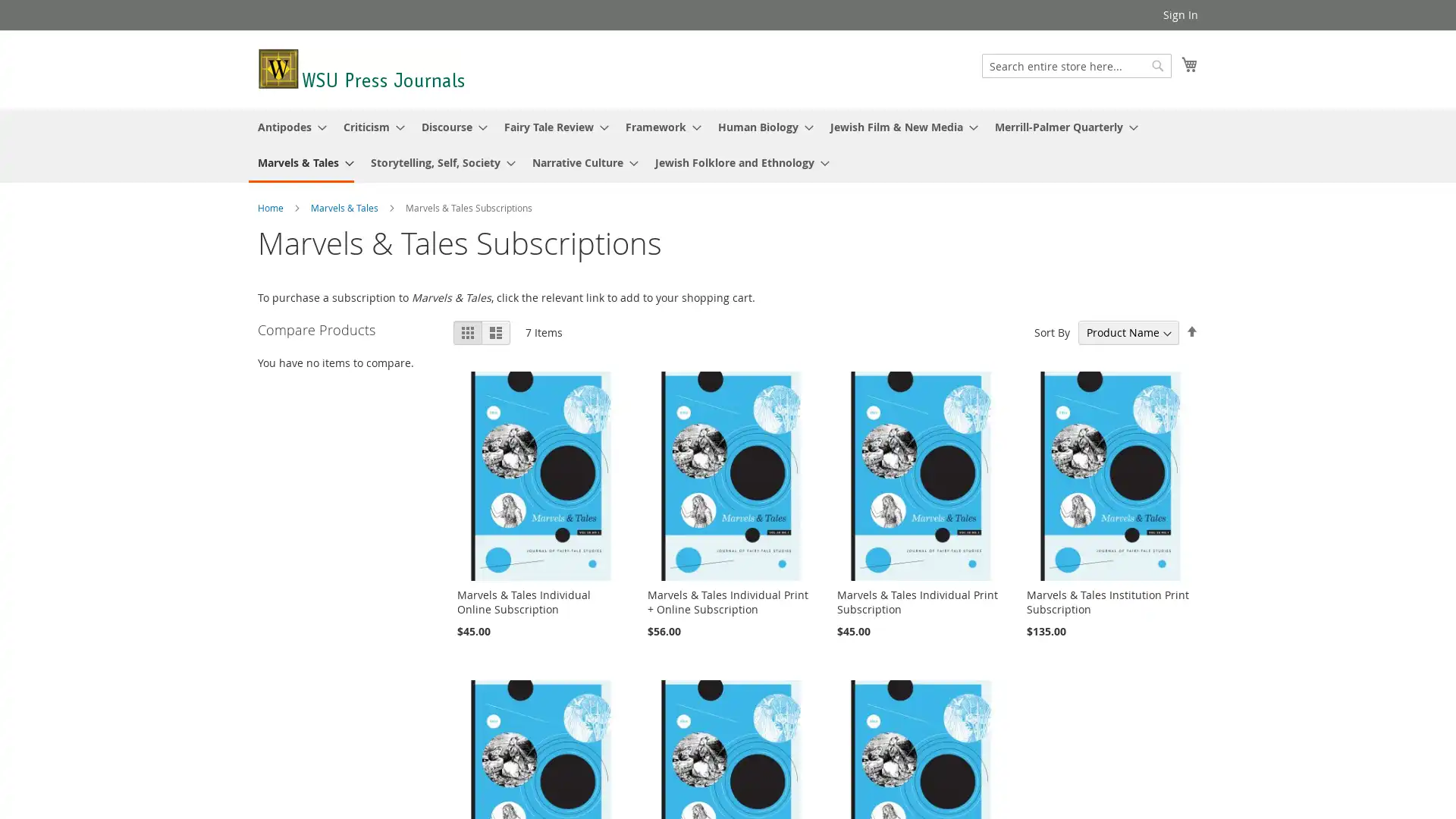 The height and width of the screenshot is (819, 1456). I want to click on Add to Compare, so click(270, 689).